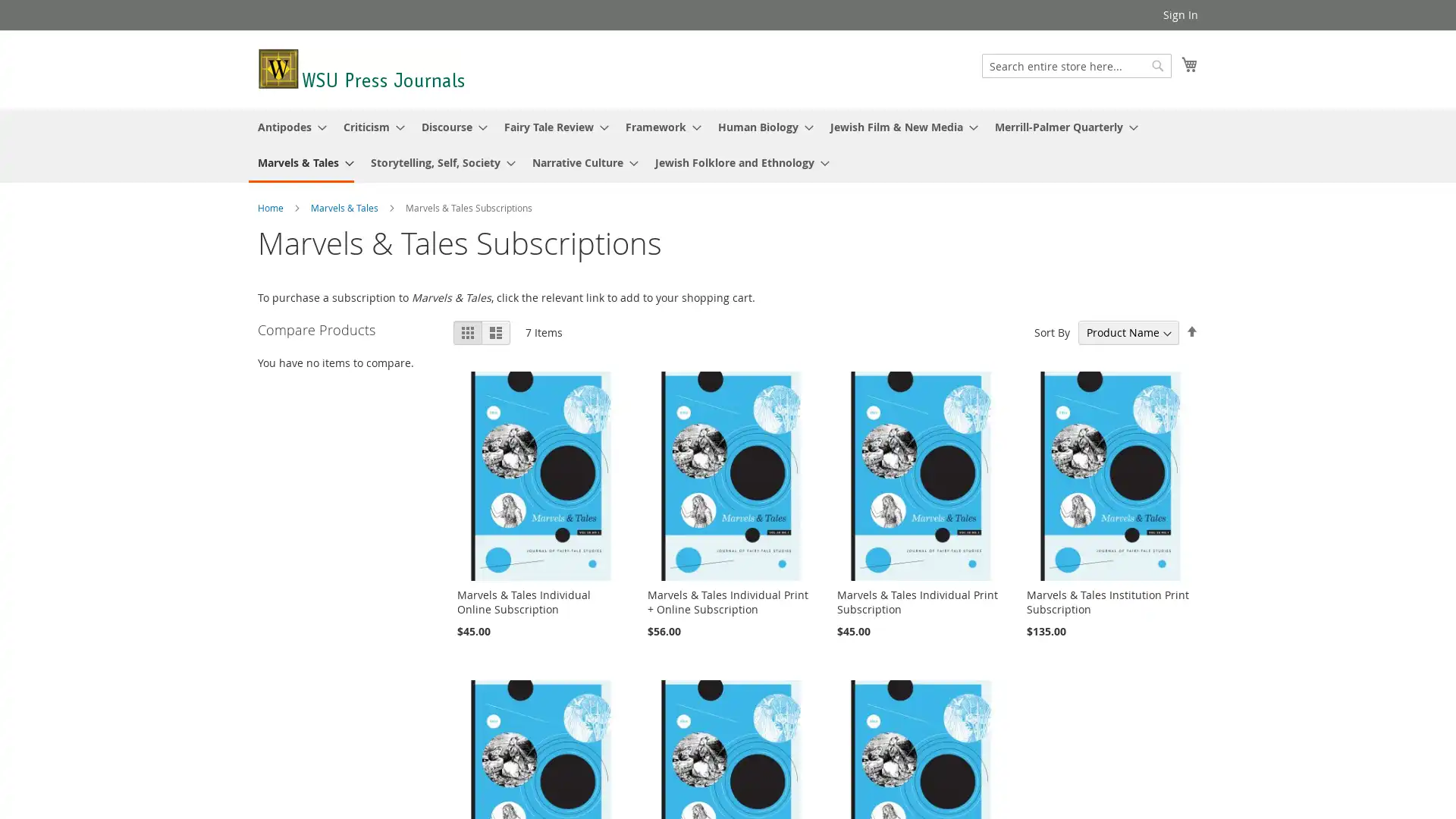 The height and width of the screenshot is (819, 1456). I want to click on Add to Compare, so click(270, 689).